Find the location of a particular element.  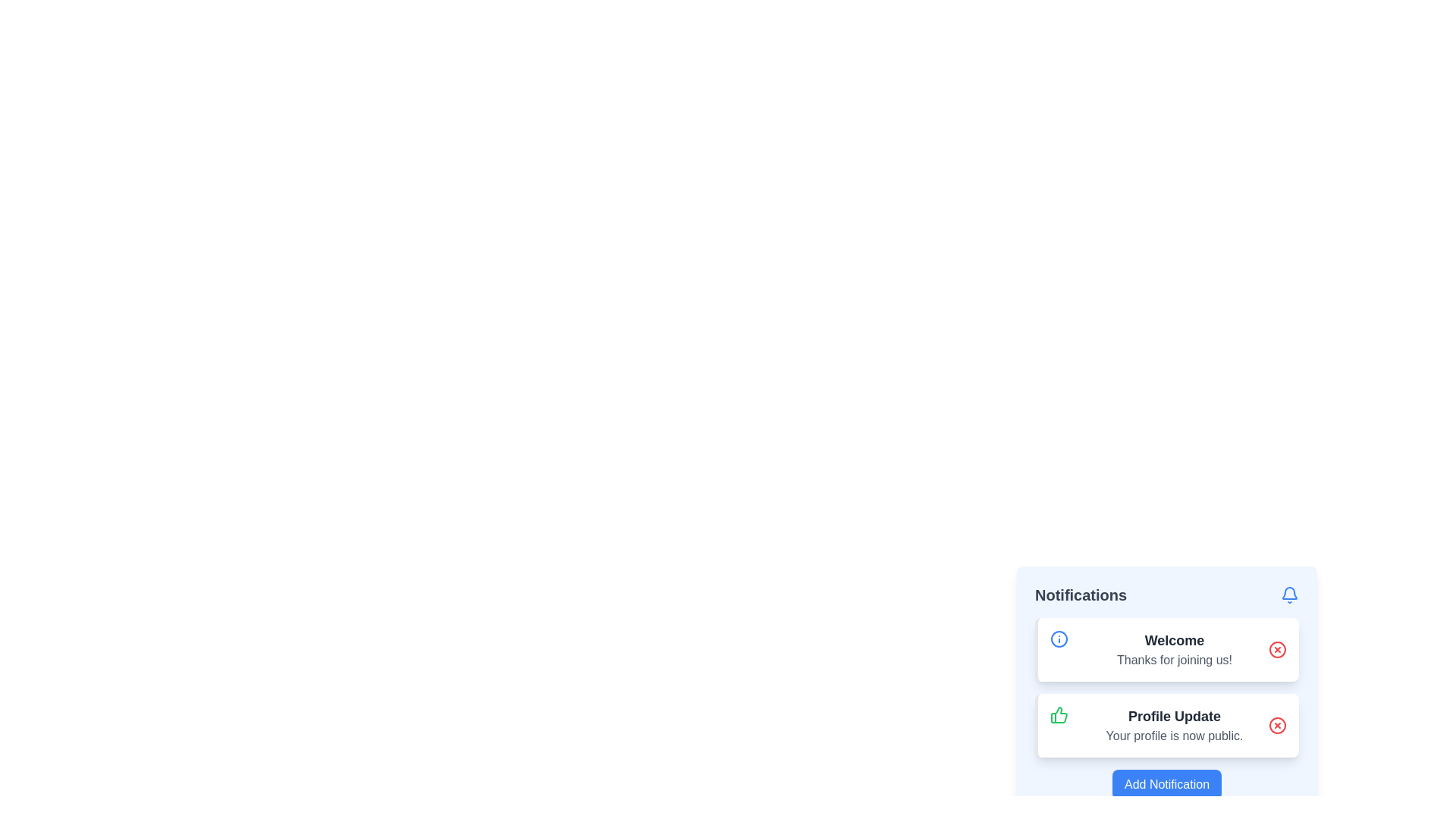

supportive message located below the 'Welcome' header text inside the notification card in the bottom-right area of the interface is located at coordinates (1174, 660).